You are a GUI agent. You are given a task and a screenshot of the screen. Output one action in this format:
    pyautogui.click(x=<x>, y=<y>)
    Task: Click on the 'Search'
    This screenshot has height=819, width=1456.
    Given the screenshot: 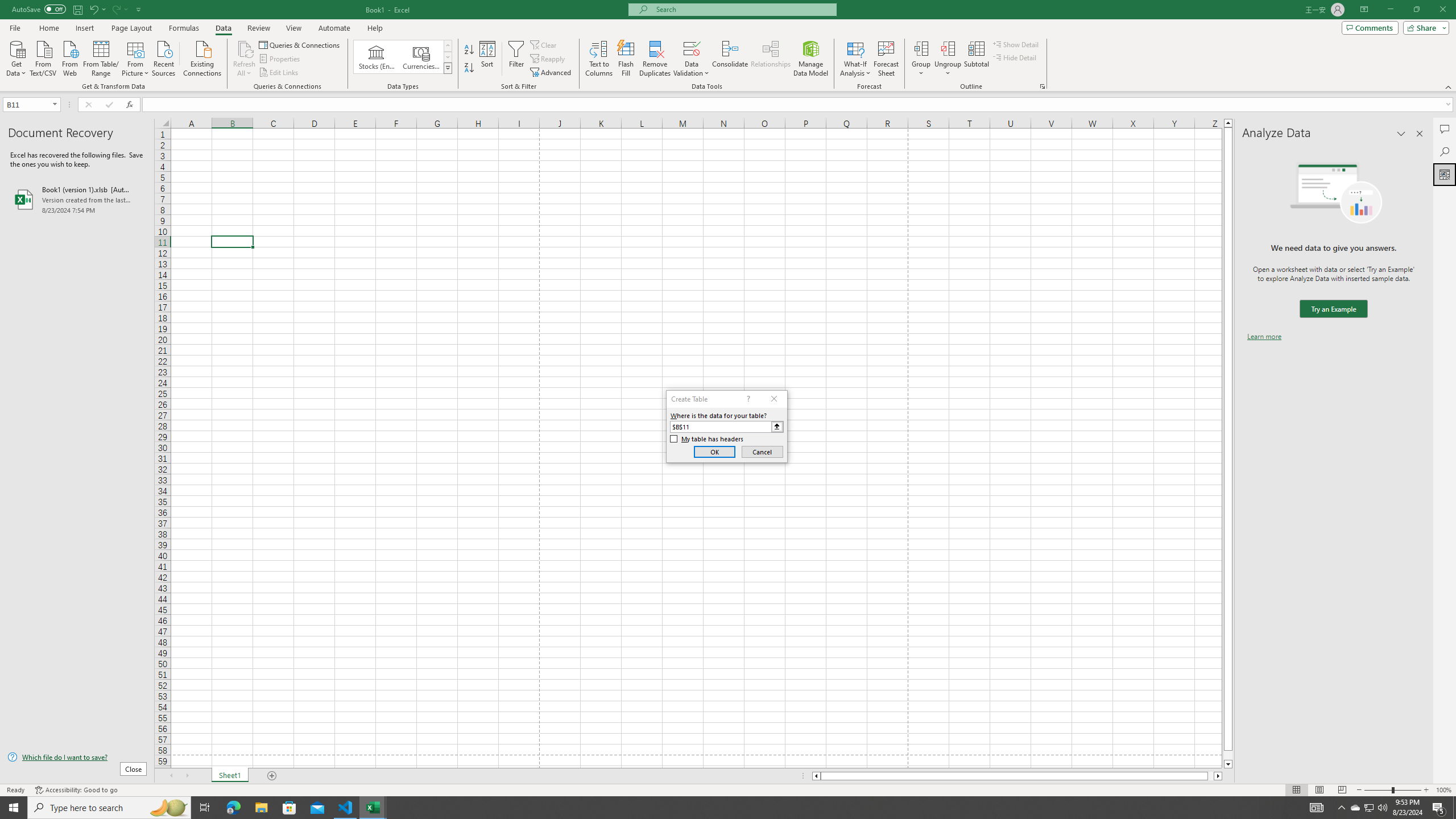 What is the action you would take?
    pyautogui.click(x=1444, y=152)
    